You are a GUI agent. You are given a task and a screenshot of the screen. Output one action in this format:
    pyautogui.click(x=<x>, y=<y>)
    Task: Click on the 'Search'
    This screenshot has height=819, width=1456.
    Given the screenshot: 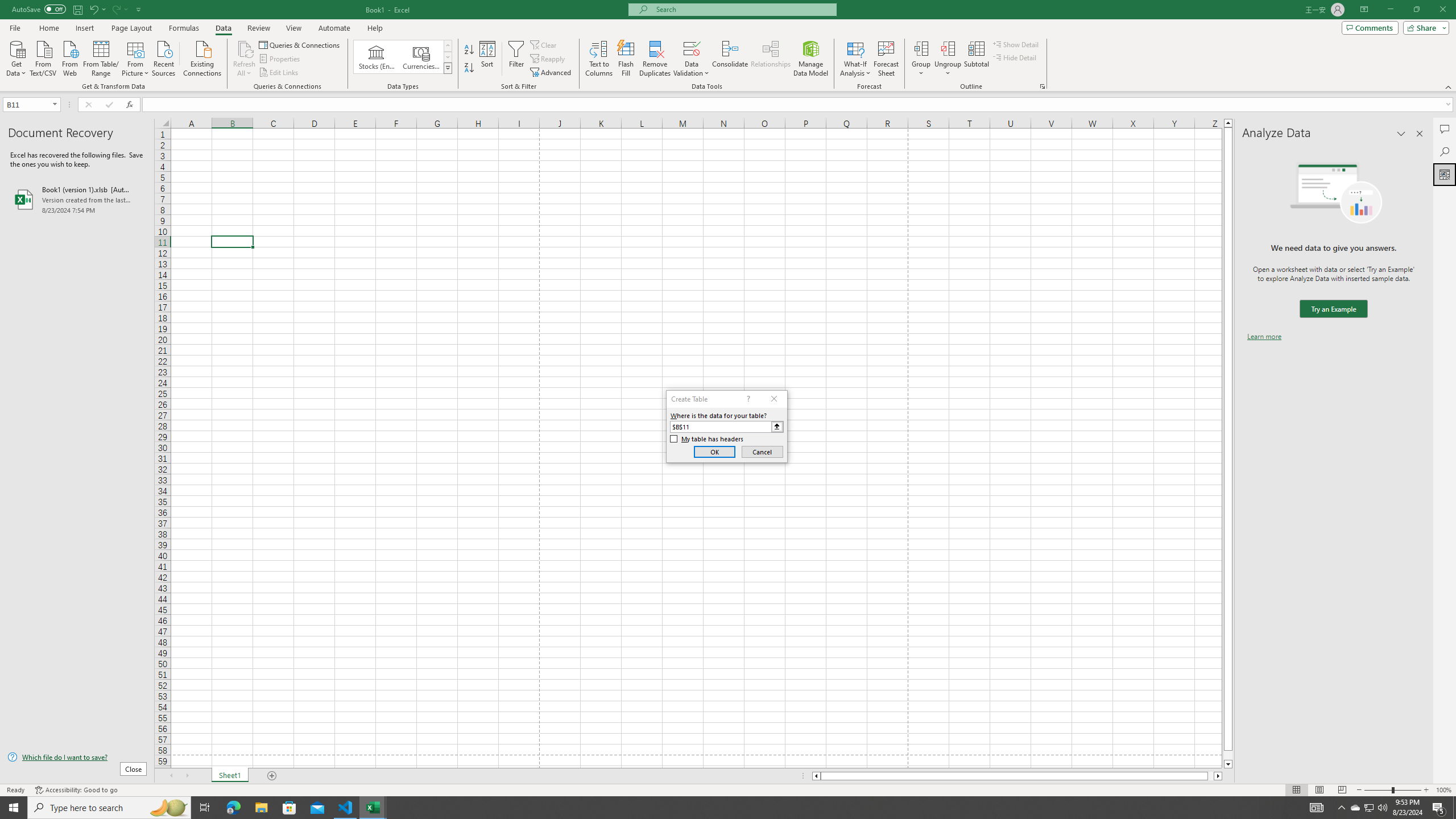 What is the action you would take?
    pyautogui.click(x=1444, y=152)
    